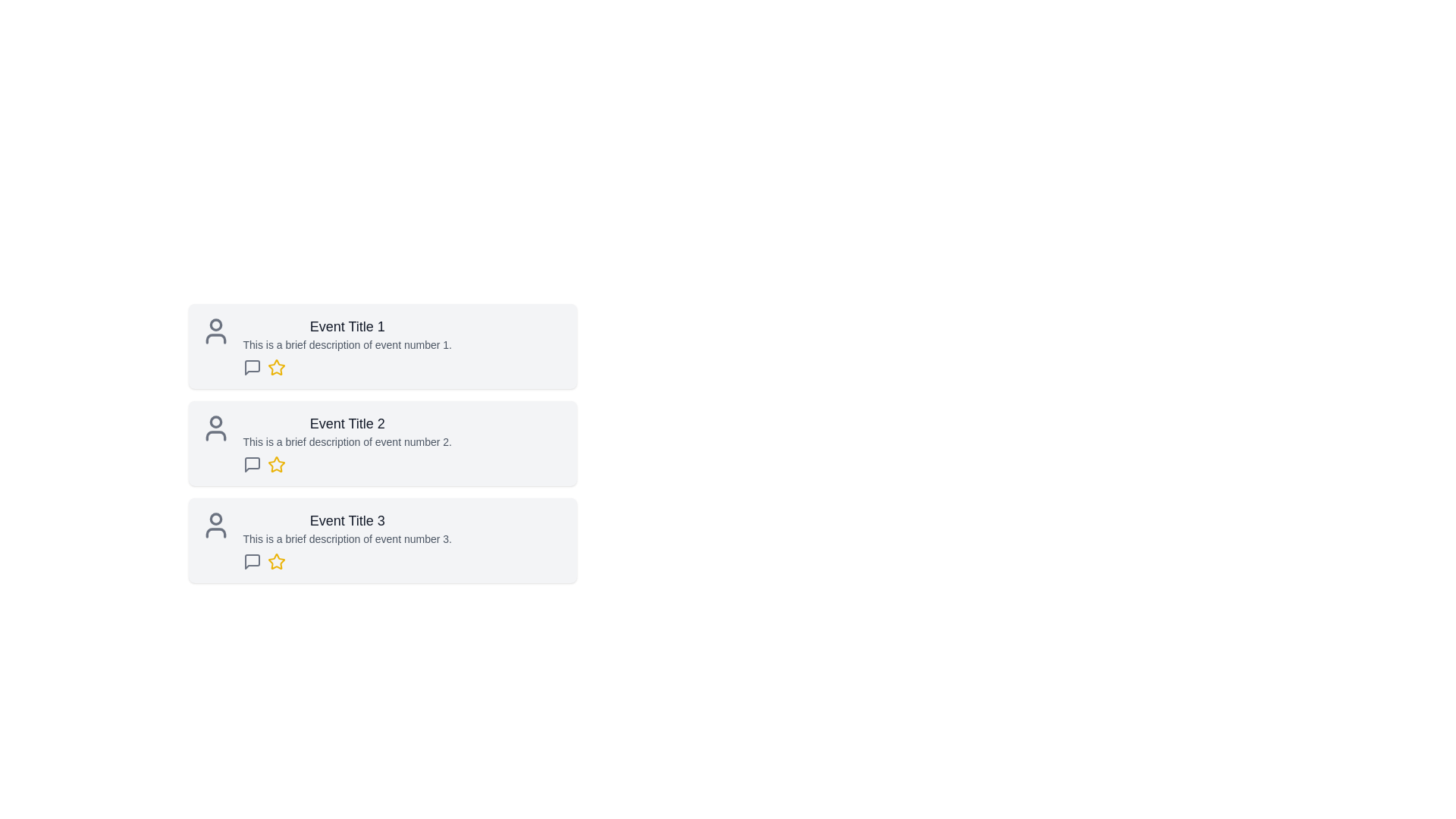 Image resolution: width=1456 pixels, height=819 pixels. Describe the element at coordinates (382, 464) in the screenshot. I see `the information card that is the second item in a vertical list of event cards` at that location.